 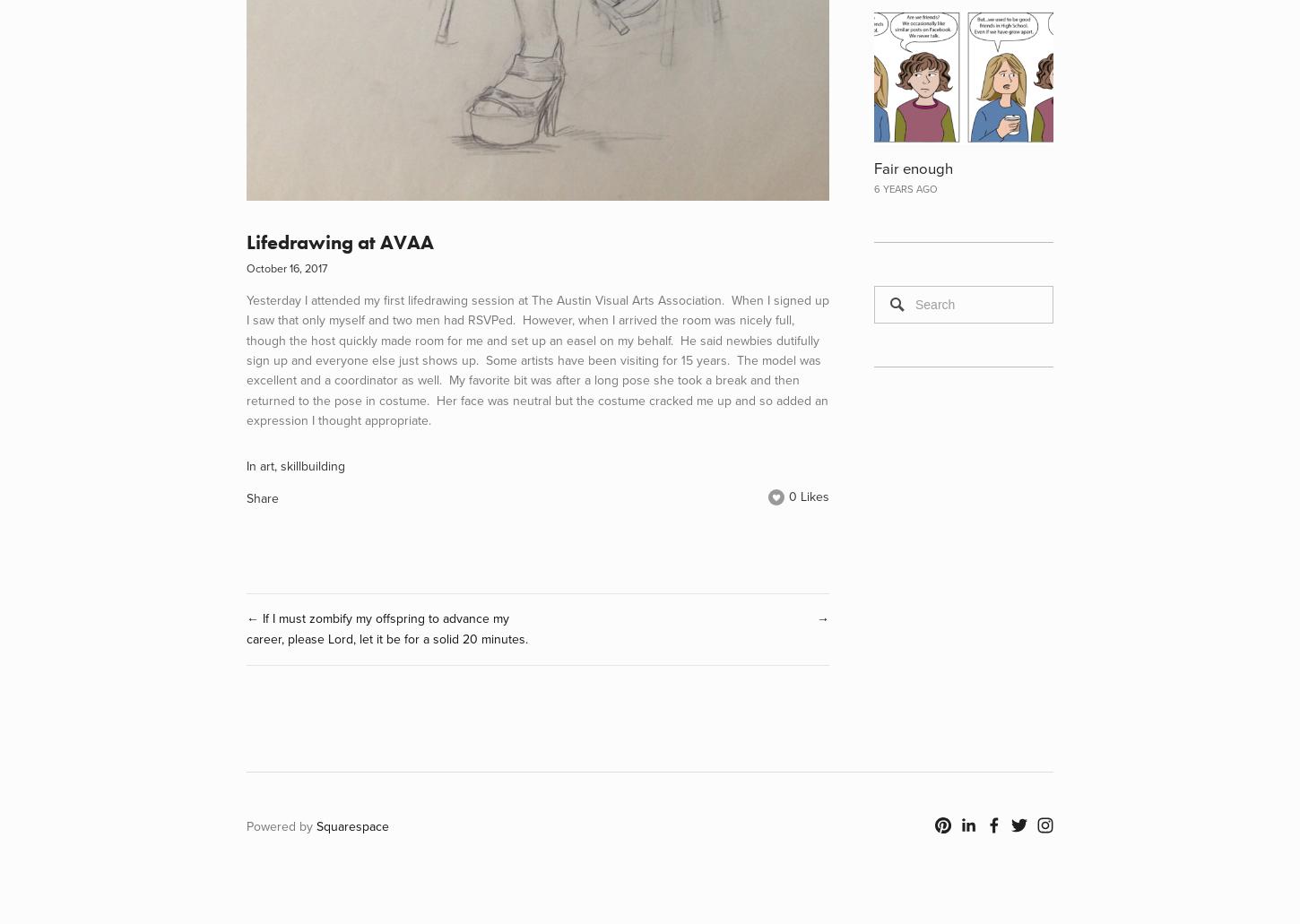 I want to click on 'October 16, 2017', so click(x=287, y=267).